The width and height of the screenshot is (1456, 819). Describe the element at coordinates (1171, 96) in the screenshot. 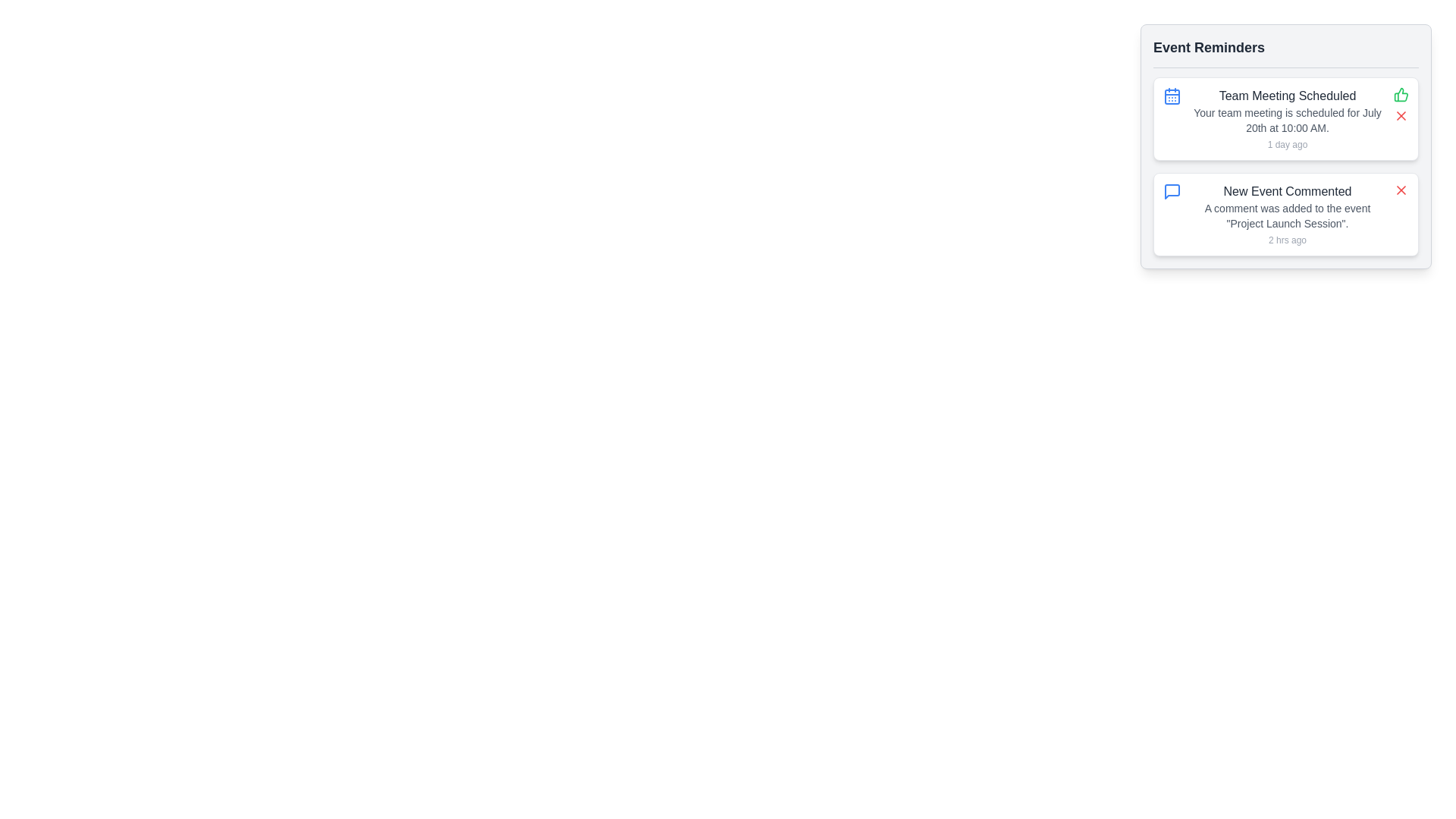

I see `the calendar icon that represents a scheduled event in the 'Event Reminders' section of the notification card titled 'Team Meeting Scheduled.'` at that location.